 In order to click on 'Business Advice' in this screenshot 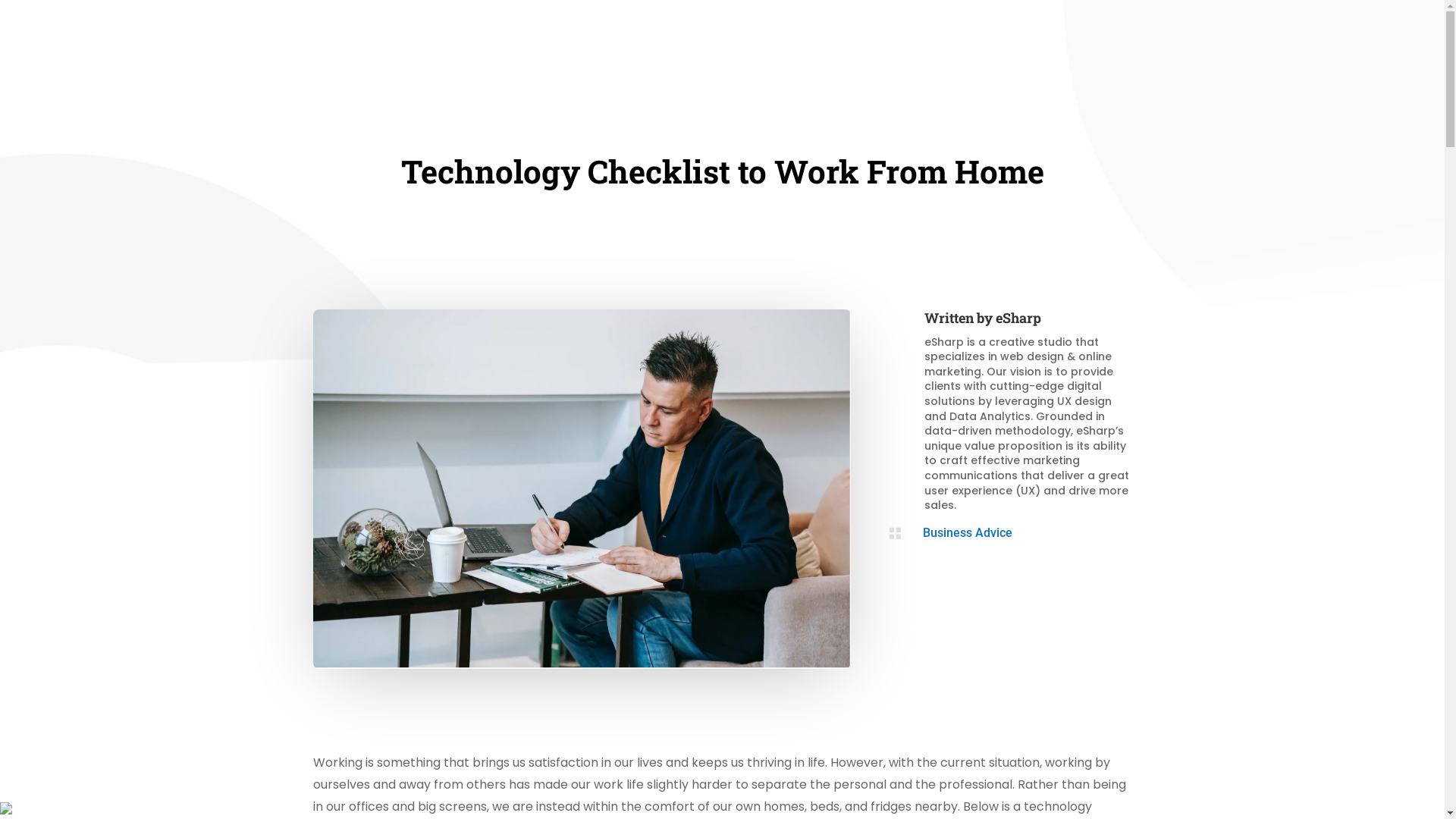, I will do `click(967, 532)`.